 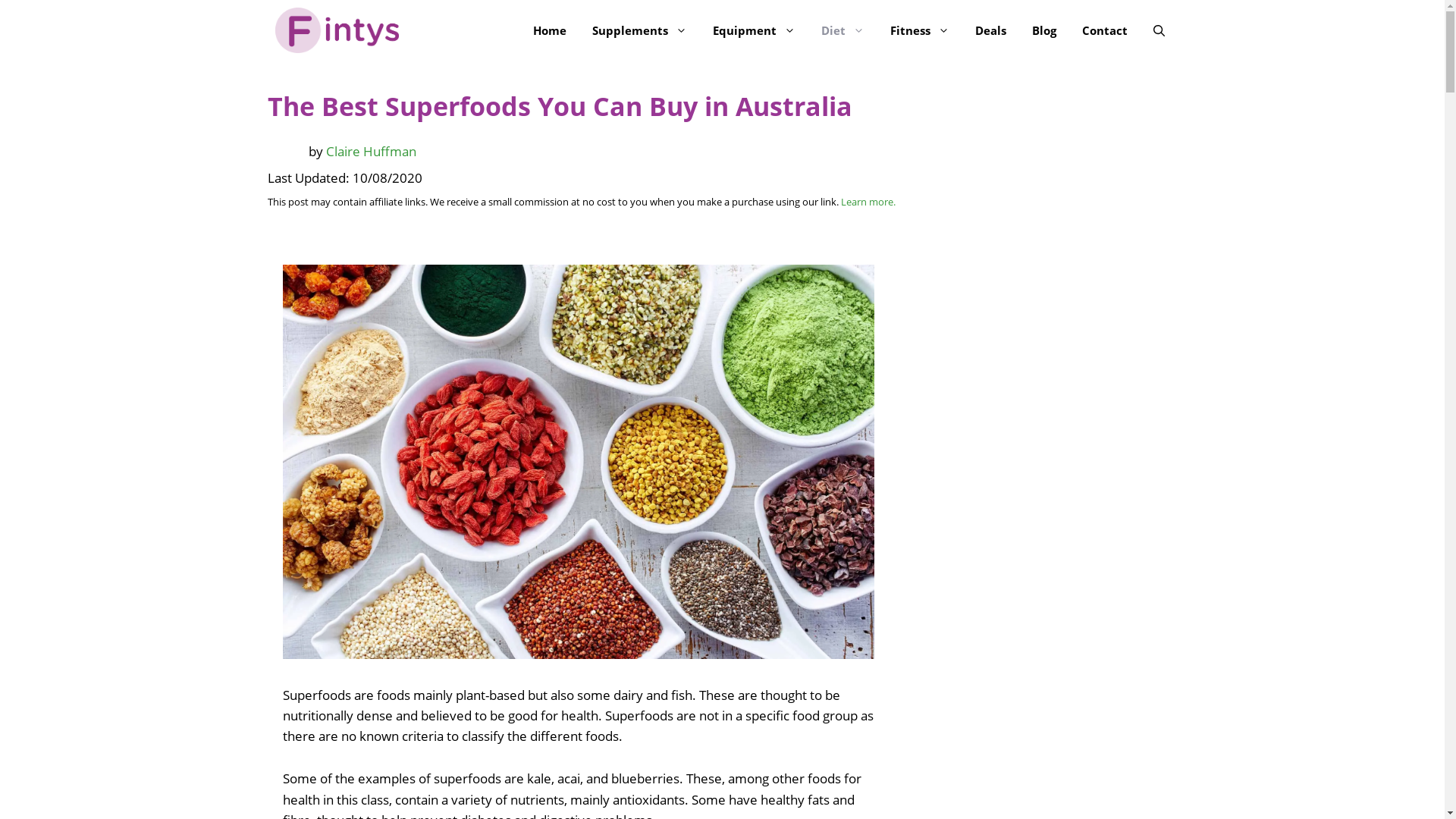 I want to click on 'Fintys', so click(x=335, y=30).